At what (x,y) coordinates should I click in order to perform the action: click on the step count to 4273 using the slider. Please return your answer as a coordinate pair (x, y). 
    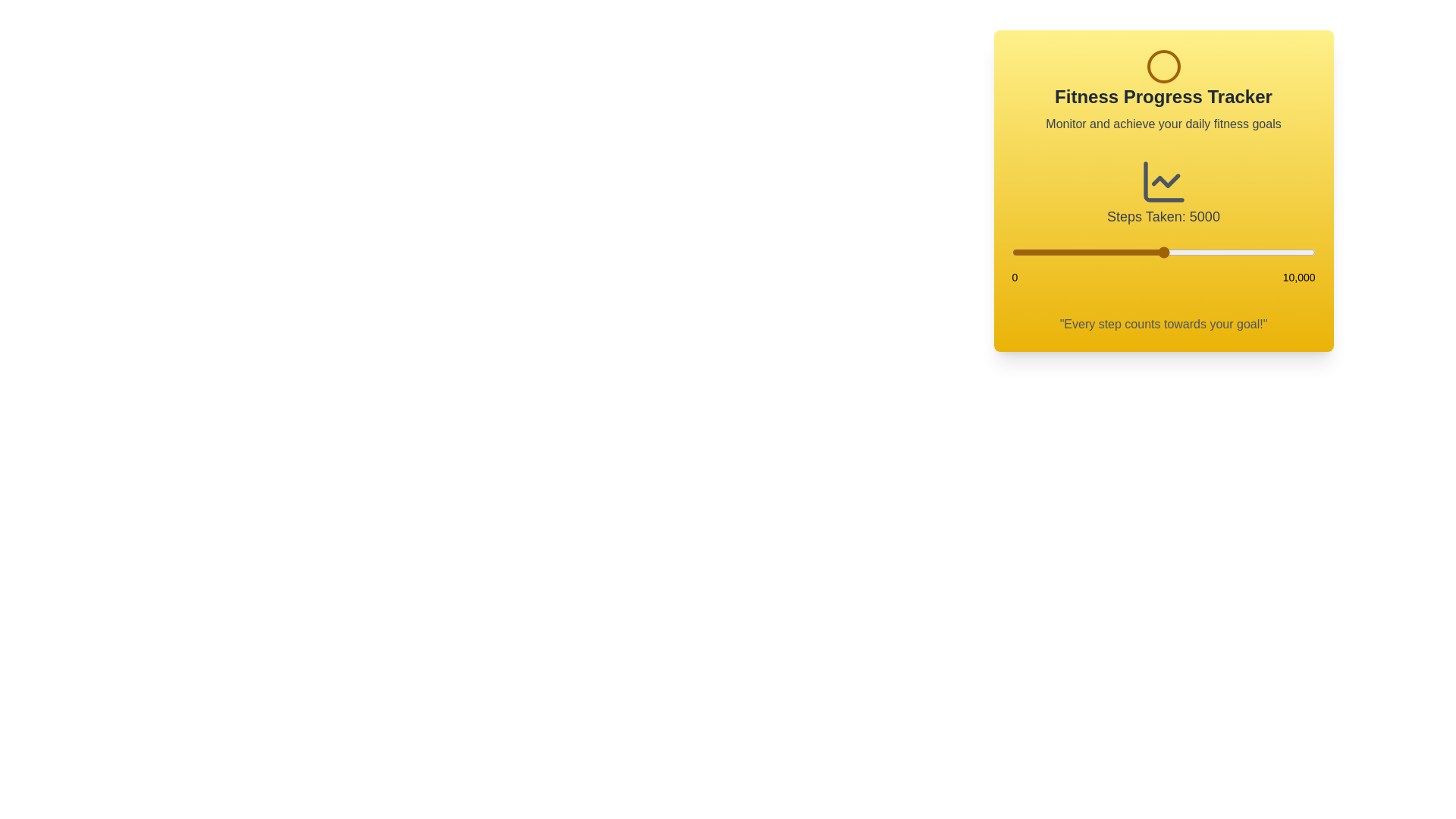
    Looking at the image, I should click on (1141, 251).